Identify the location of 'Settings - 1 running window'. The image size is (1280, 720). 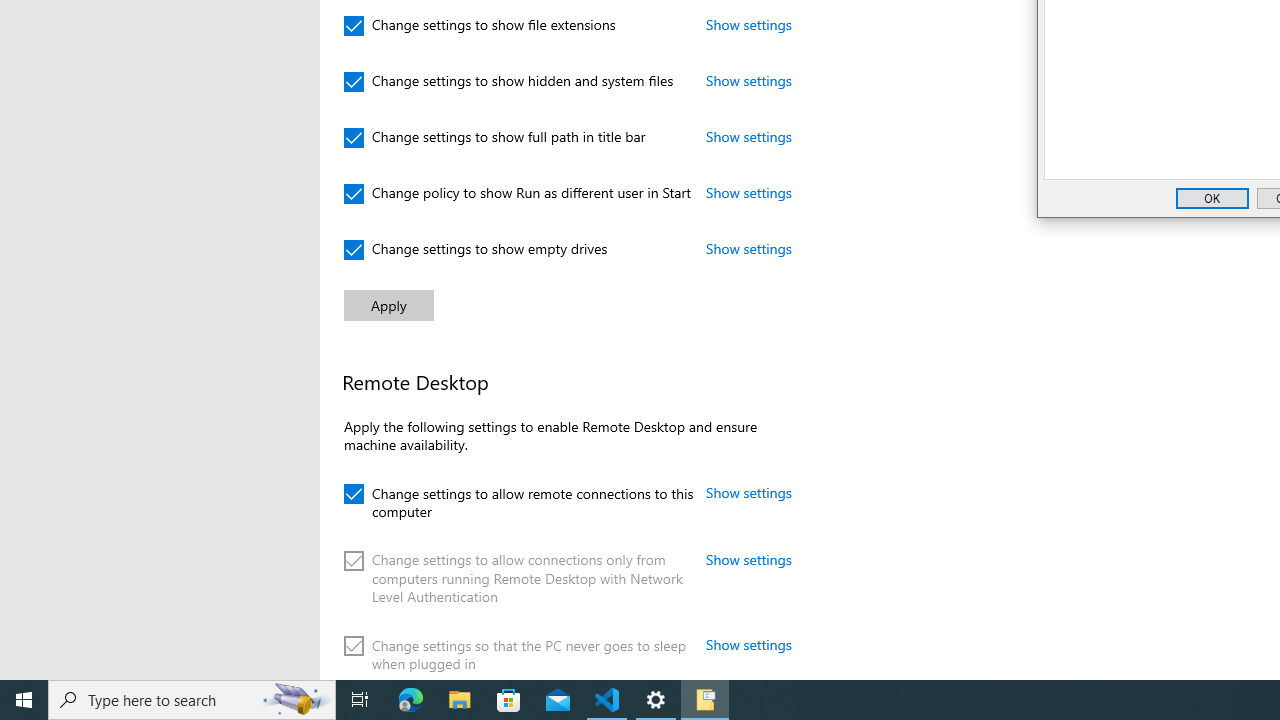
(656, 698).